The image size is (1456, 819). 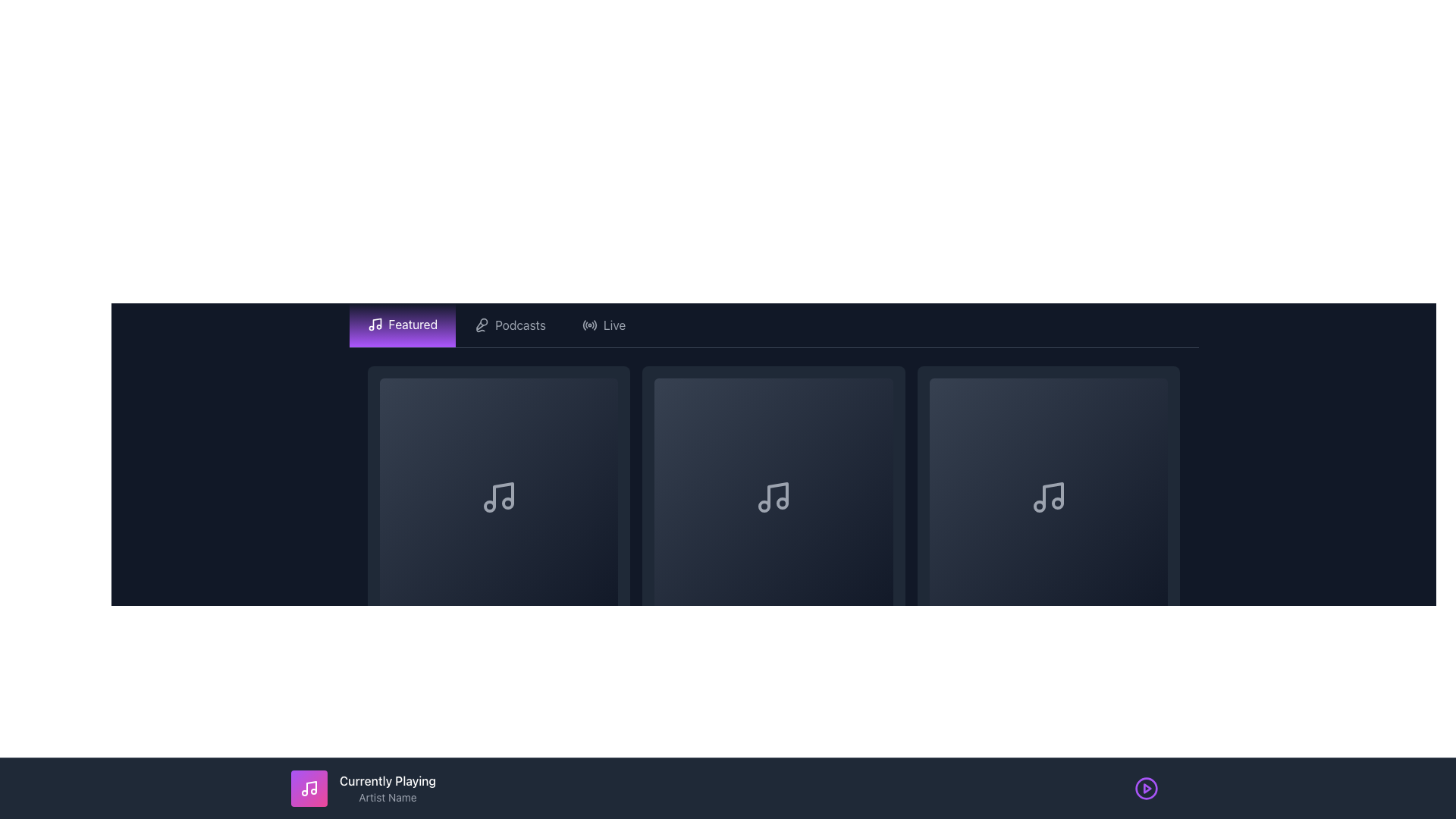 What do you see at coordinates (778, 495) in the screenshot?
I see `the musical note icon, which is styled in a light color and located in the second position among similar card containers` at bounding box center [778, 495].